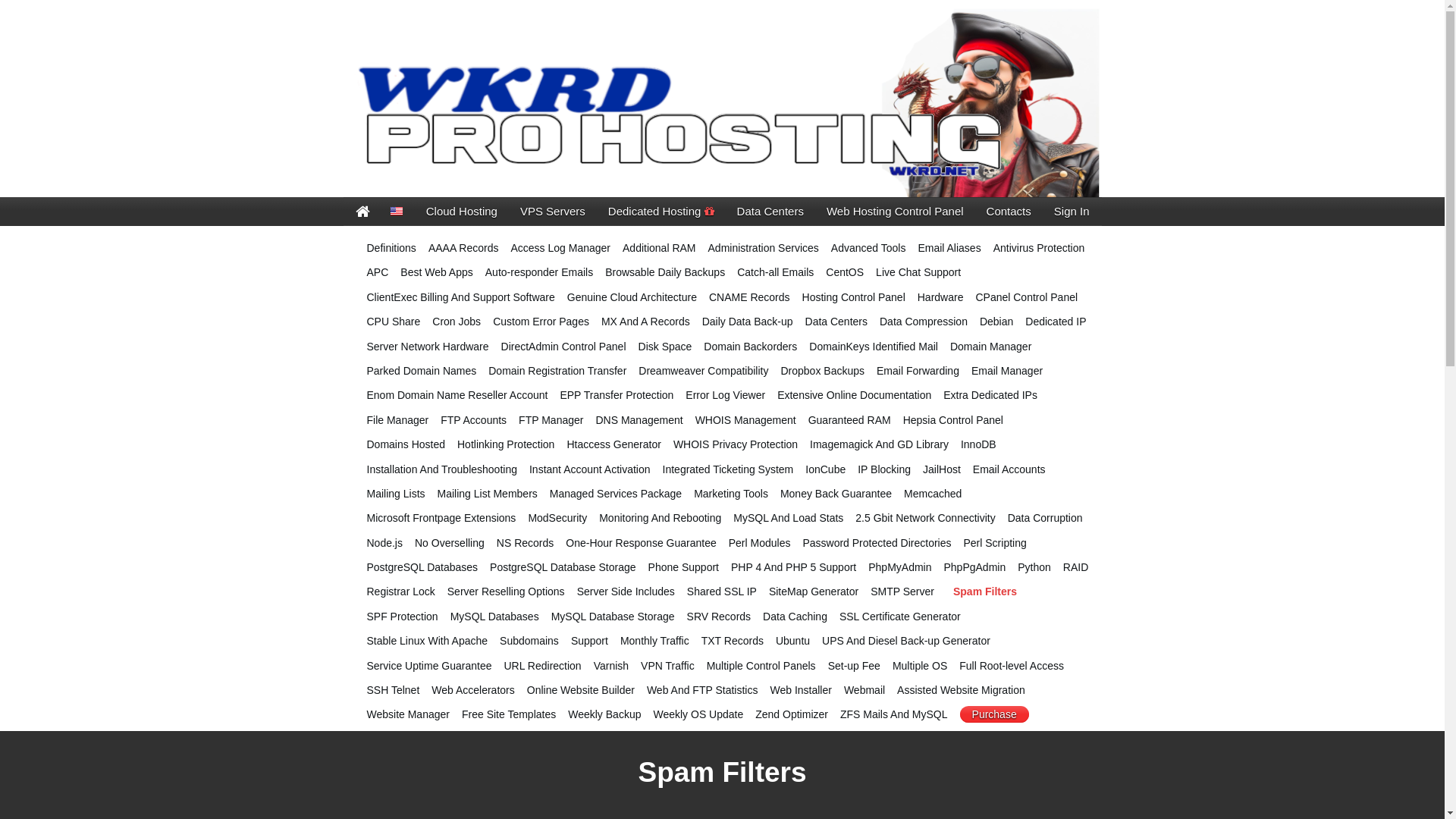 The image size is (1456, 819). Describe the element at coordinates (1009, 468) in the screenshot. I see `'Email Accounts'` at that location.